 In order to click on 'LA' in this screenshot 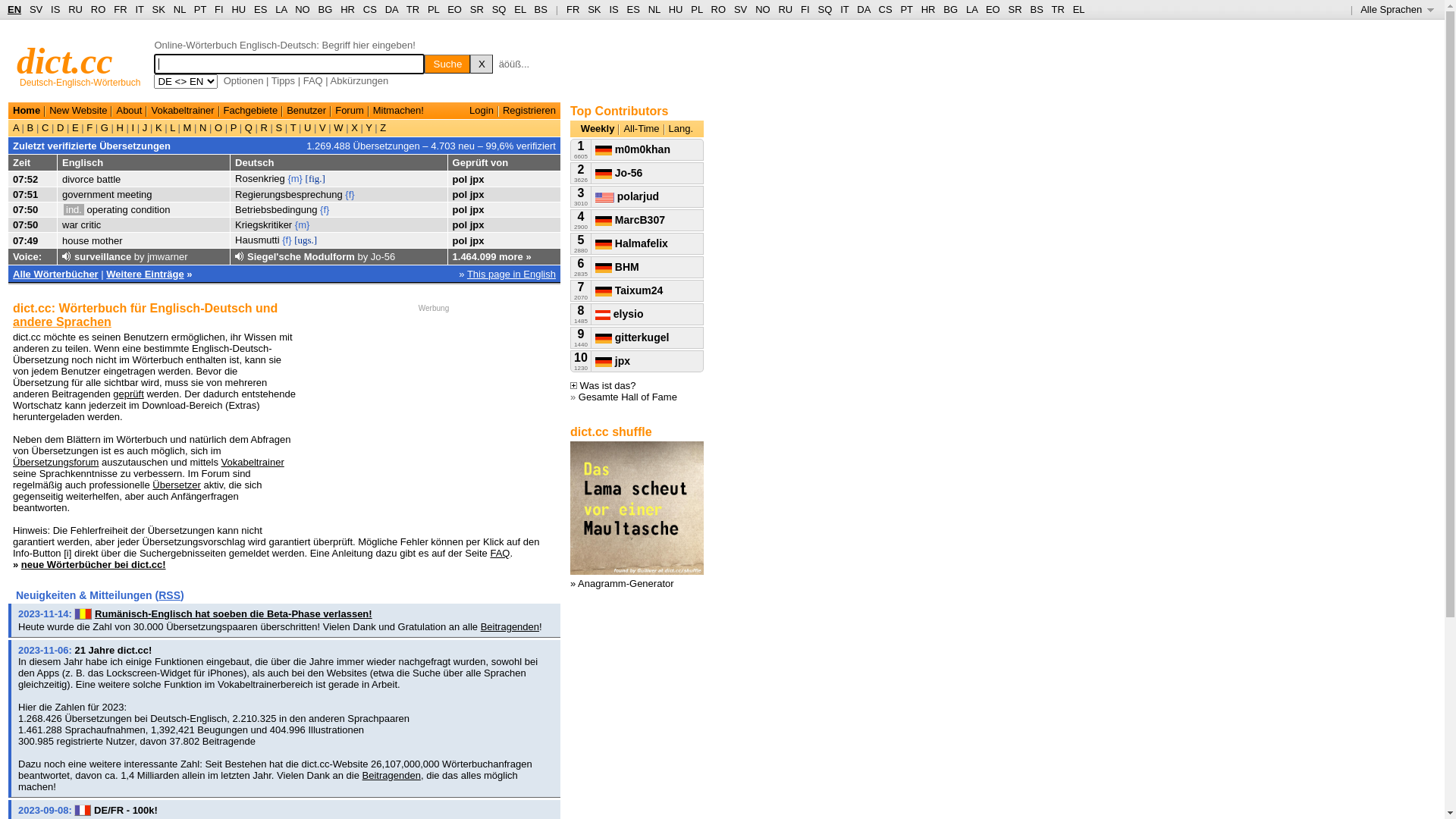, I will do `click(281, 9)`.